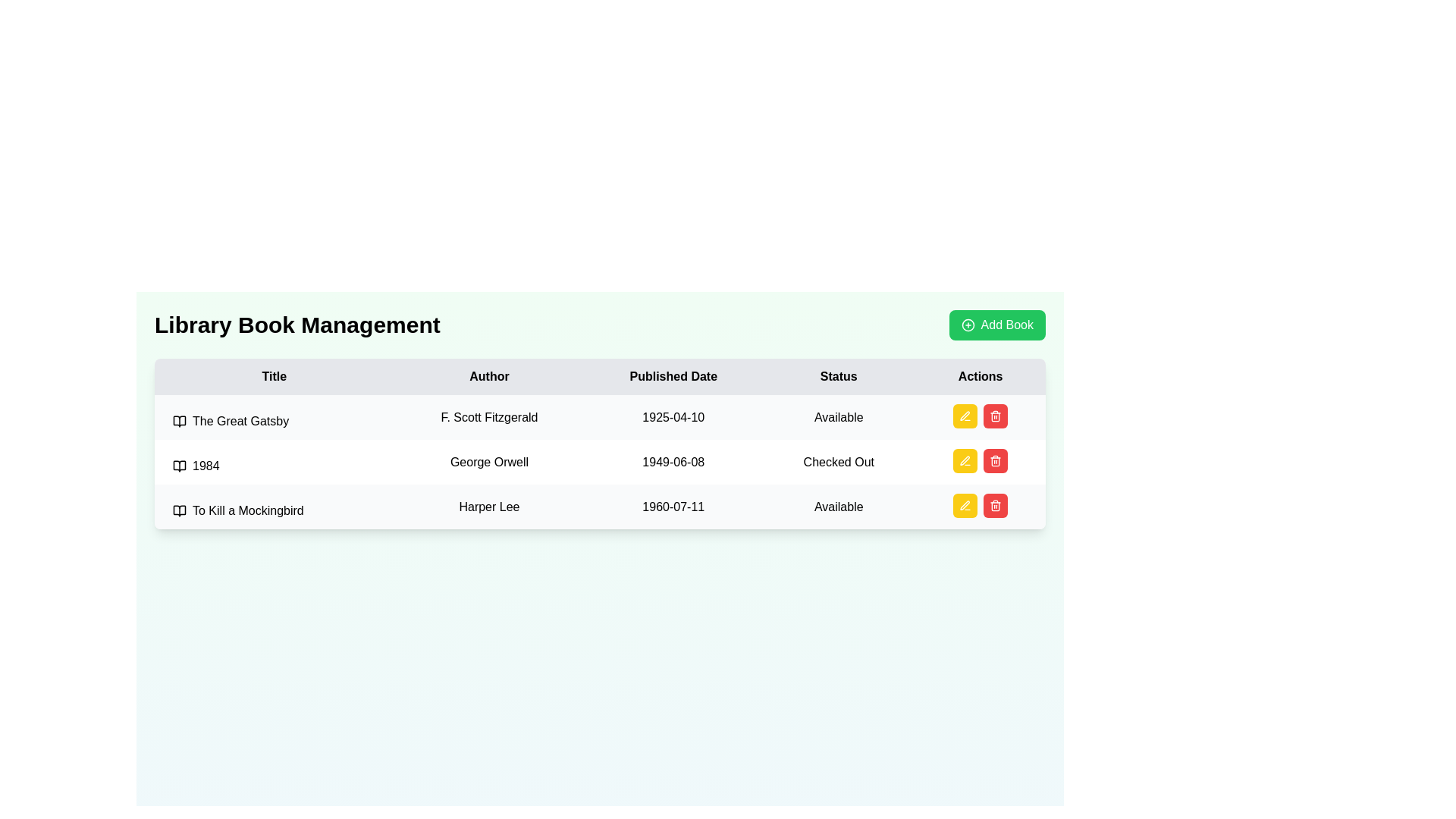  What do you see at coordinates (981, 416) in the screenshot?
I see `the trash can icon located in the 'Actions' column of the first row for the book entry 'The Great Gatsby'` at bounding box center [981, 416].